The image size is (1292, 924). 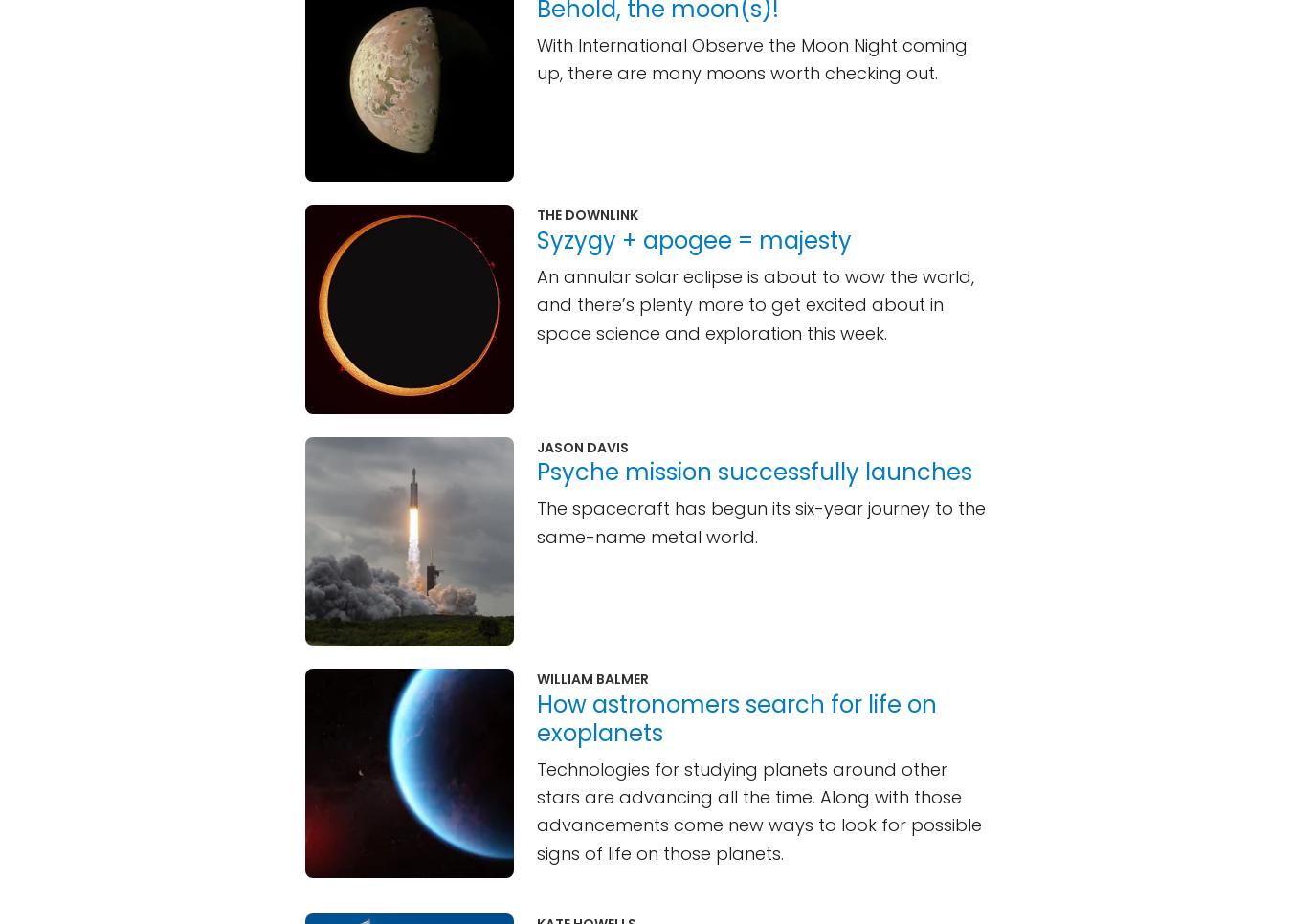 I want to click on 'With International Observe the Moon Night coming up, there are many moons worth checking out.', so click(x=750, y=57).